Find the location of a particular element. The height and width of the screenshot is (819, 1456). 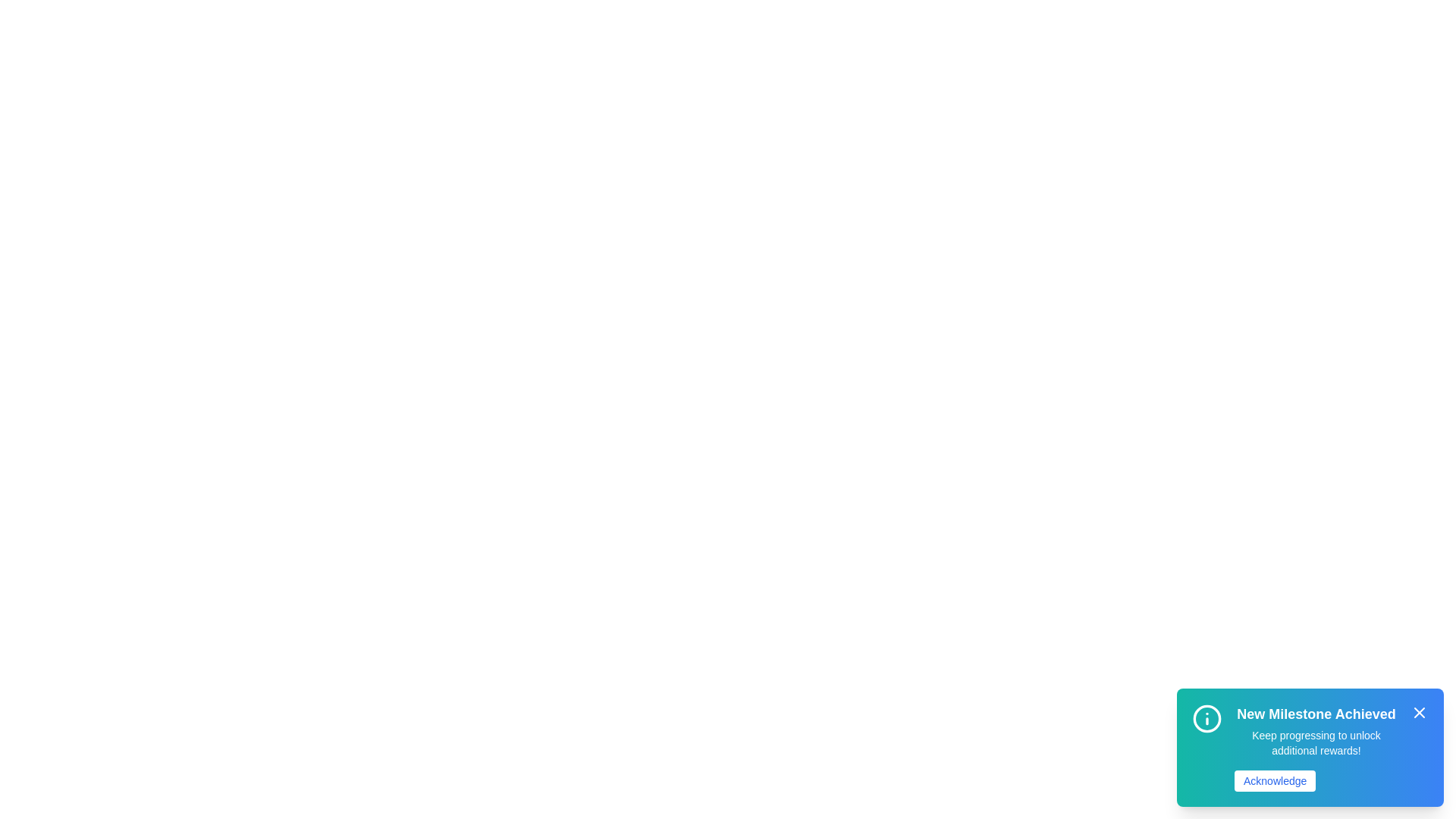

the informational icon in the snackbar is located at coordinates (1207, 718).